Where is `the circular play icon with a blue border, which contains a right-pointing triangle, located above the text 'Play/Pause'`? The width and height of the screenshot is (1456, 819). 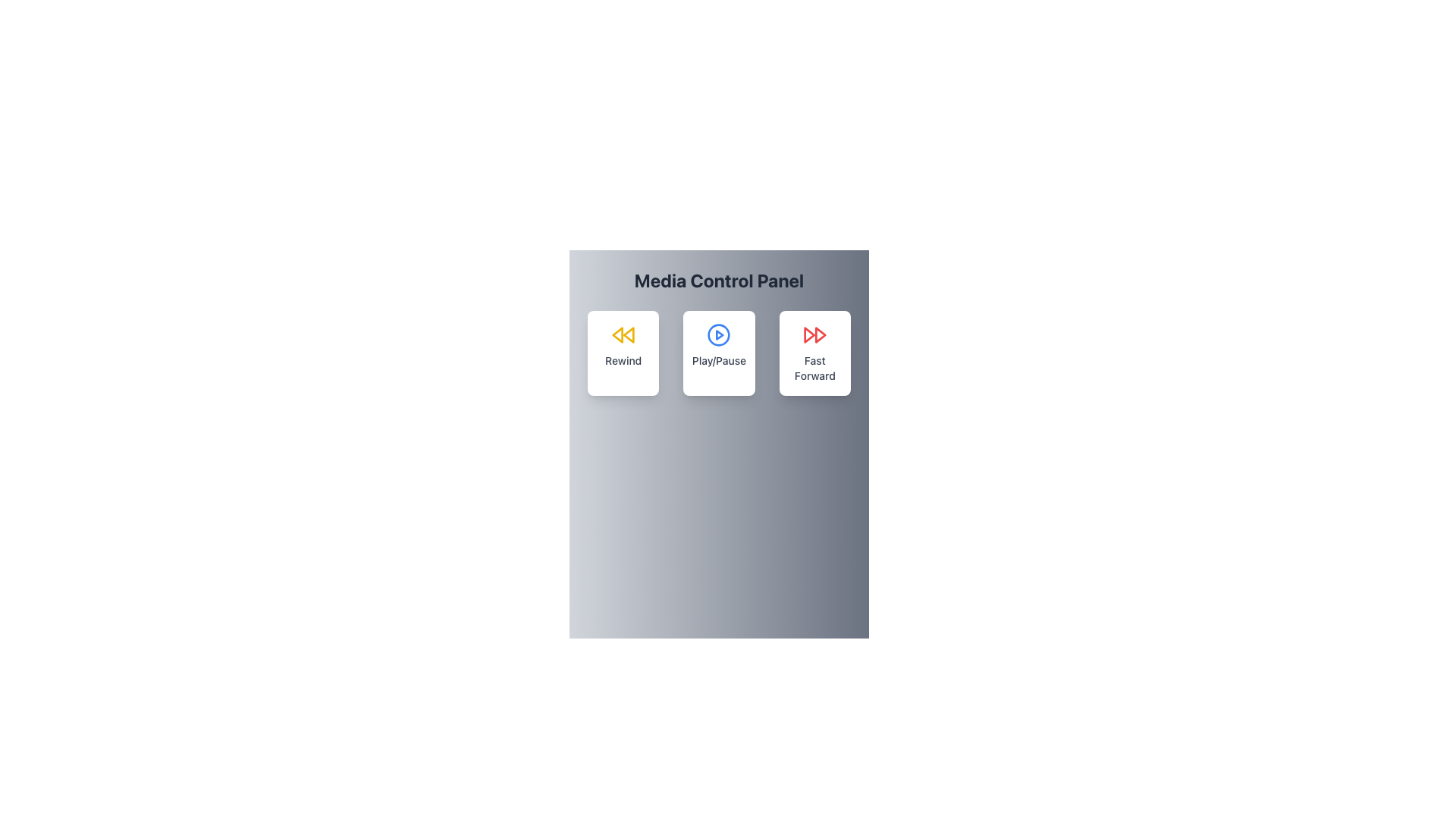
the circular play icon with a blue border, which contains a right-pointing triangle, located above the text 'Play/Pause' is located at coordinates (718, 334).